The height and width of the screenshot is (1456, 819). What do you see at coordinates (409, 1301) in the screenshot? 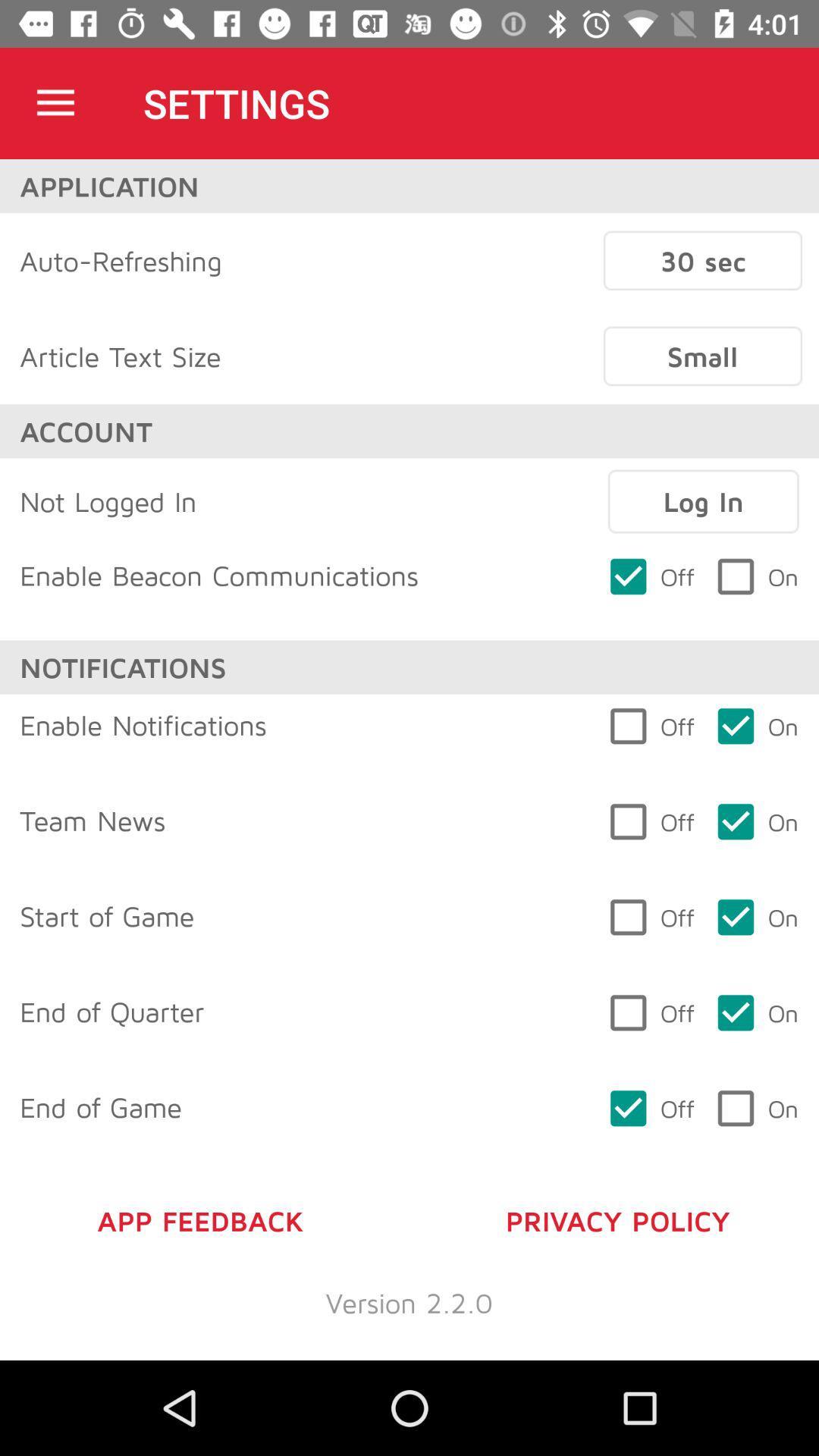
I see `version 2 2 item` at bounding box center [409, 1301].